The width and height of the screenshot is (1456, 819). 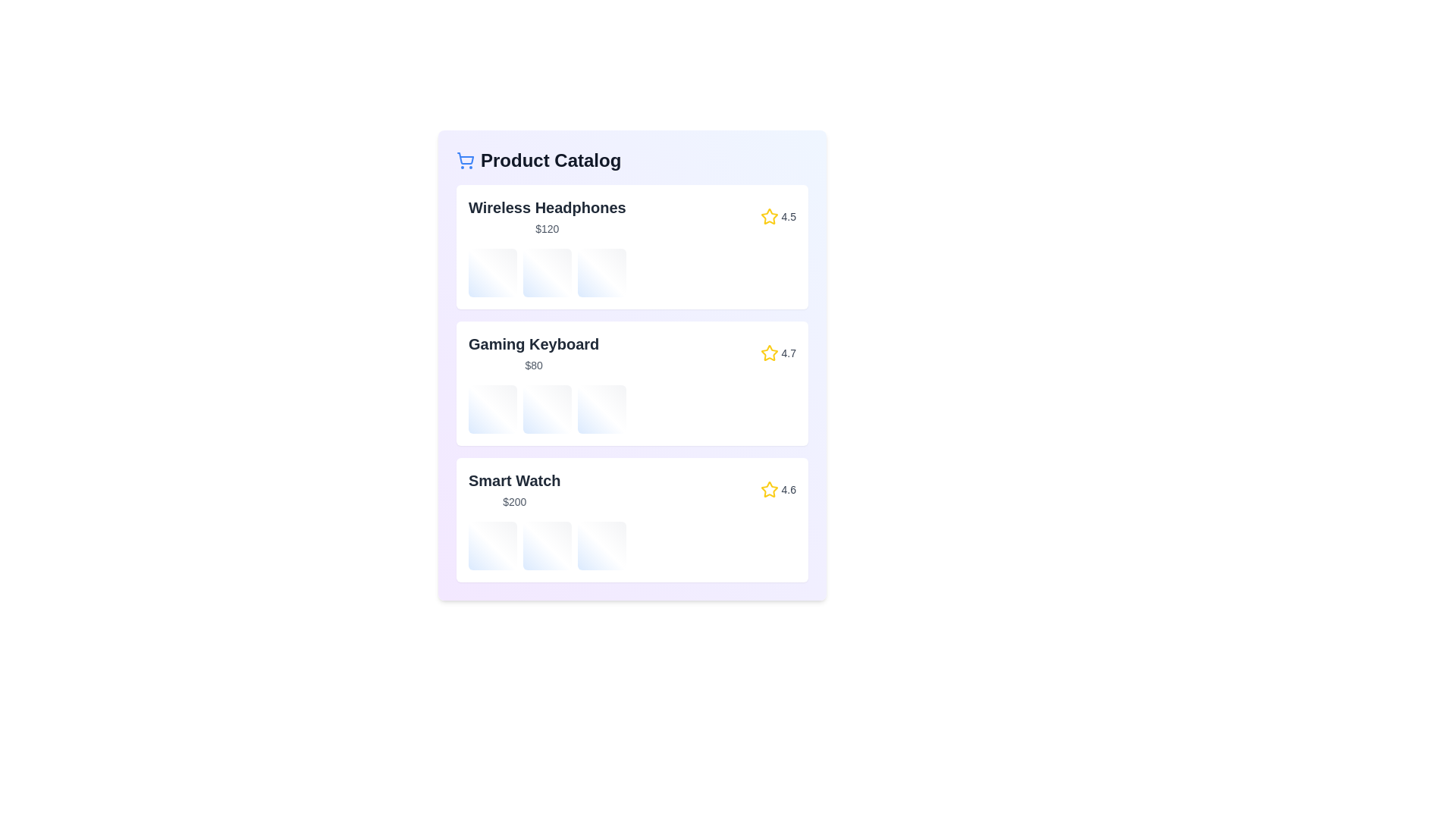 I want to click on the product named Gaming Keyboard to view its details, so click(x=632, y=382).